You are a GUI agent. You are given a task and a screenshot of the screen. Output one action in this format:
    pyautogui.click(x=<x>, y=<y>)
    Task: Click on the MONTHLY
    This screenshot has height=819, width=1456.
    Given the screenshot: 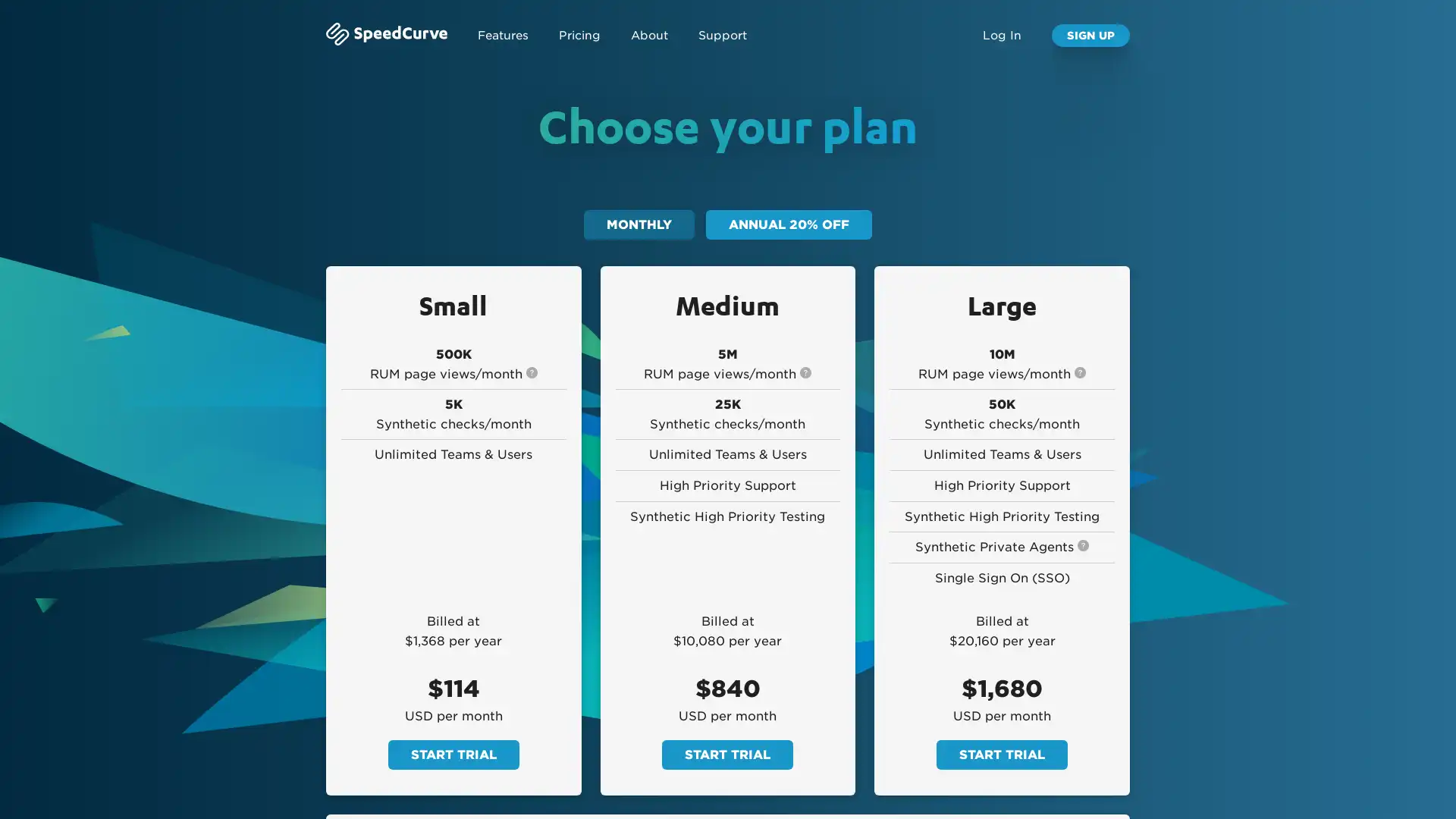 What is the action you would take?
    pyautogui.click(x=639, y=224)
    